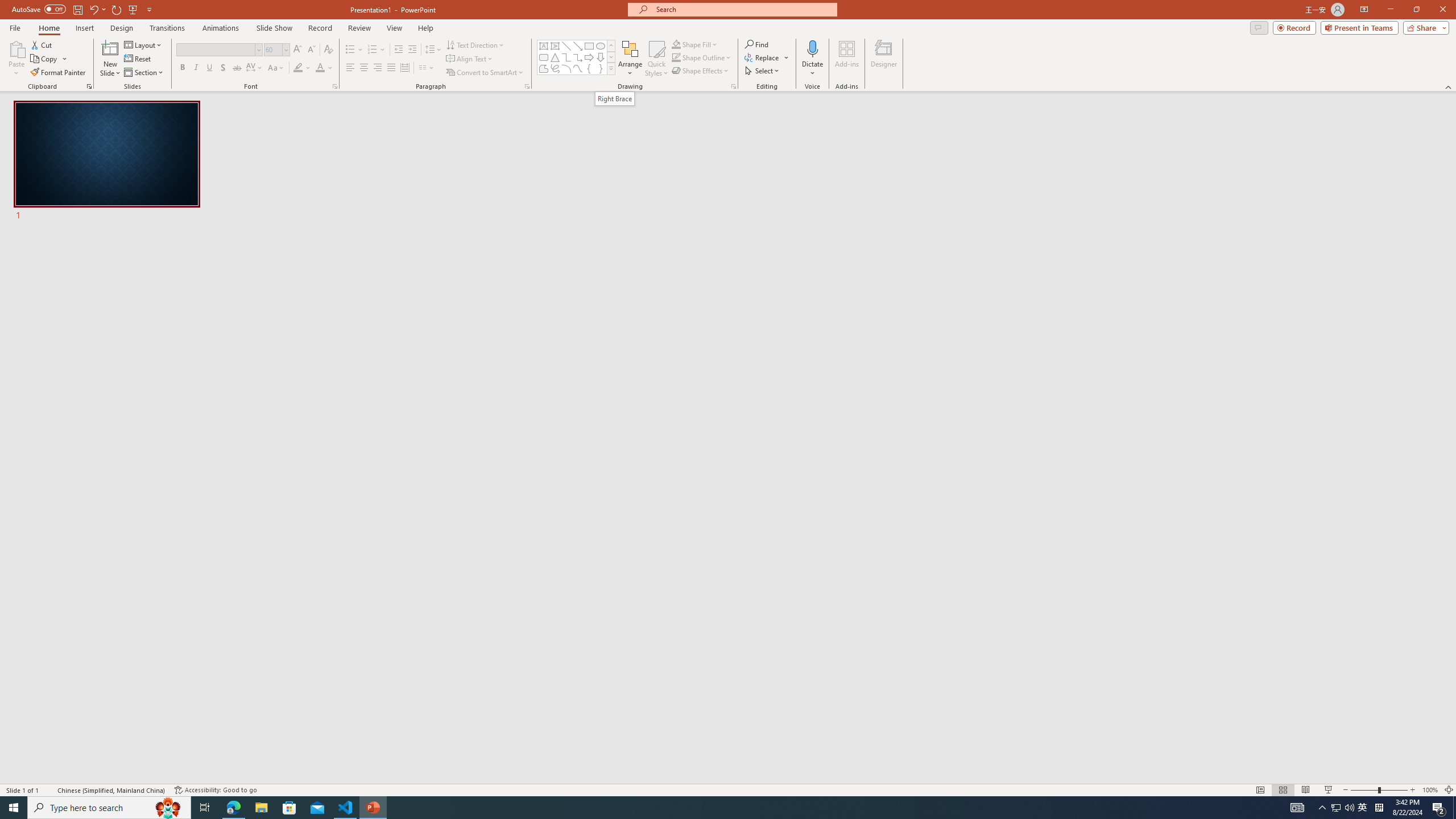 The height and width of the screenshot is (819, 1456). I want to click on 'Accessibility Checker Accessibility: Good to go', so click(216, 790).